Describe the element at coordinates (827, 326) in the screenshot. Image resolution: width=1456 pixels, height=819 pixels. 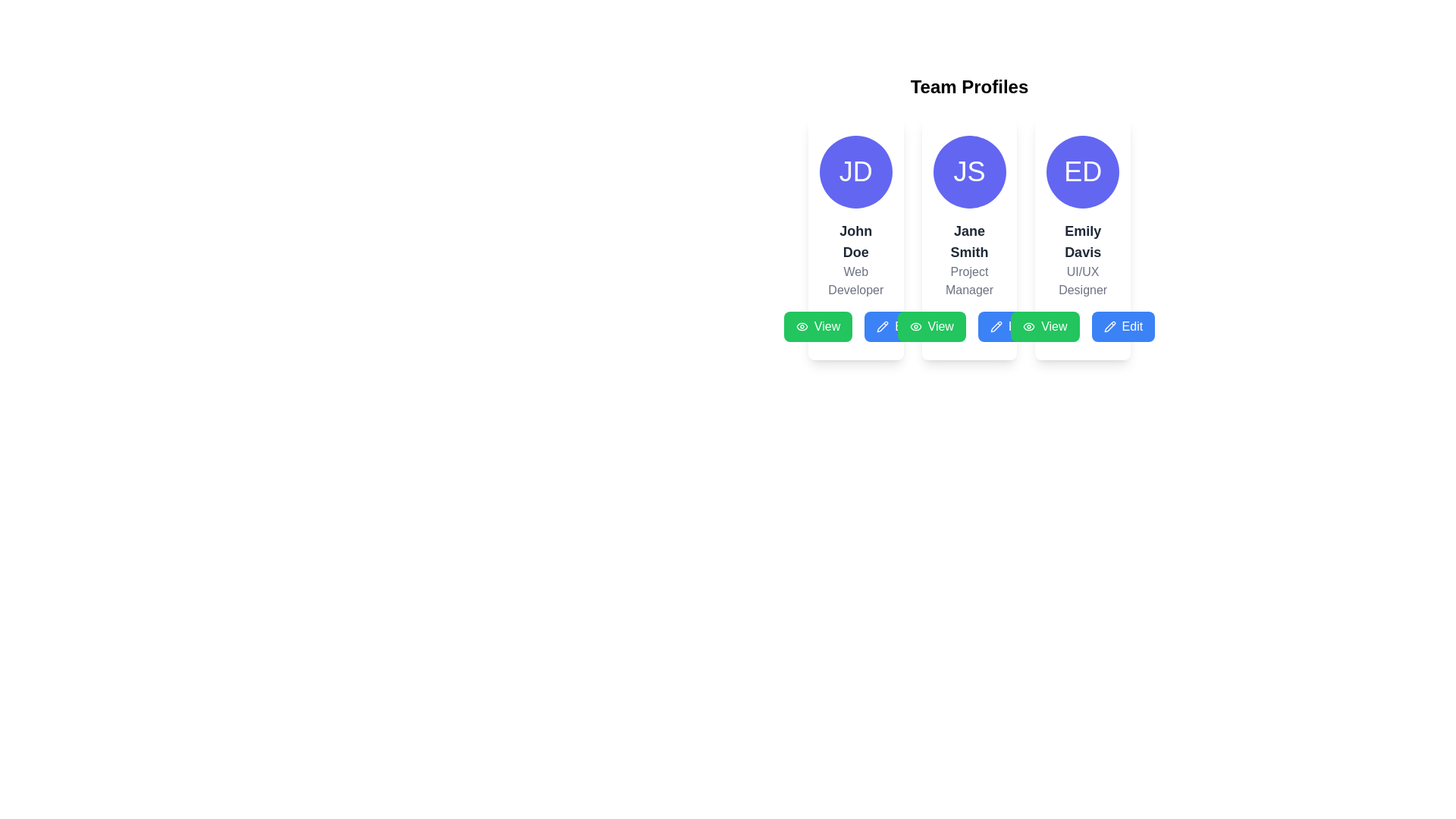
I see `the 'View' button located in the bottom section of the first profile card` at that location.